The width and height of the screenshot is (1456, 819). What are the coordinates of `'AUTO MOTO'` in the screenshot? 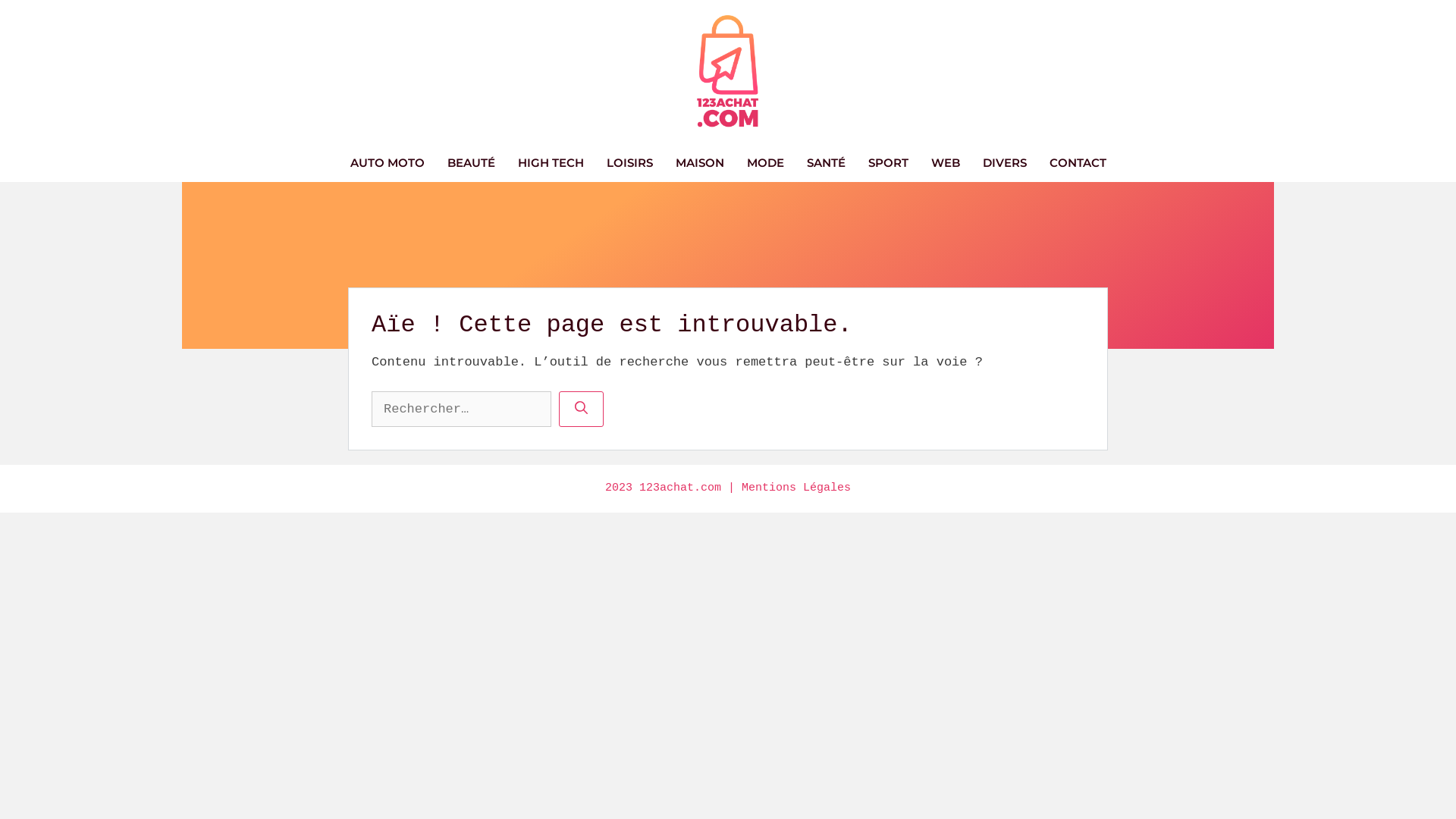 It's located at (386, 163).